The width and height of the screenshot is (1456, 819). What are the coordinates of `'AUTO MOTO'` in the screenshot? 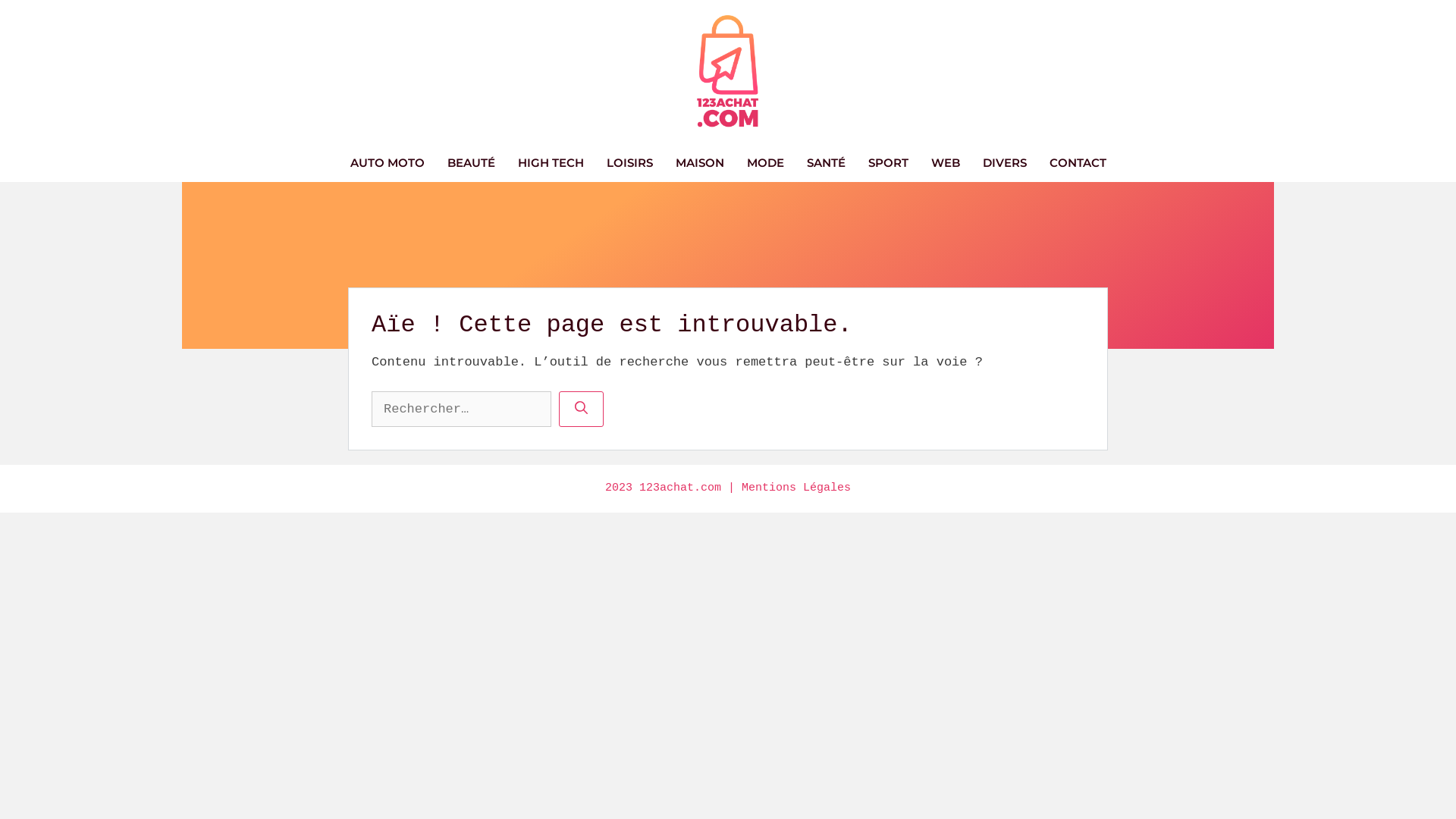 It's located at (386, 163).